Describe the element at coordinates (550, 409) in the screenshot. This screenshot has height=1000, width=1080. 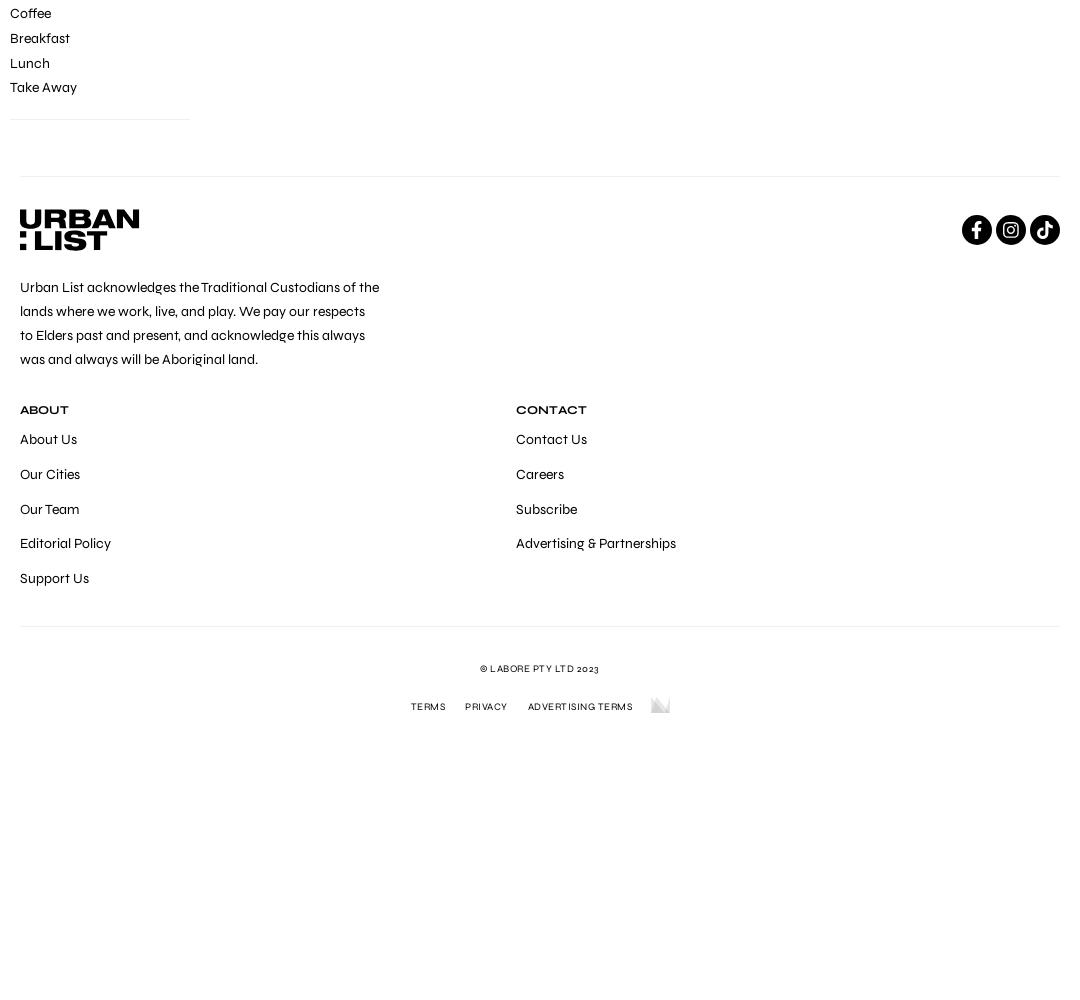
I see `'Contact'` at that location.